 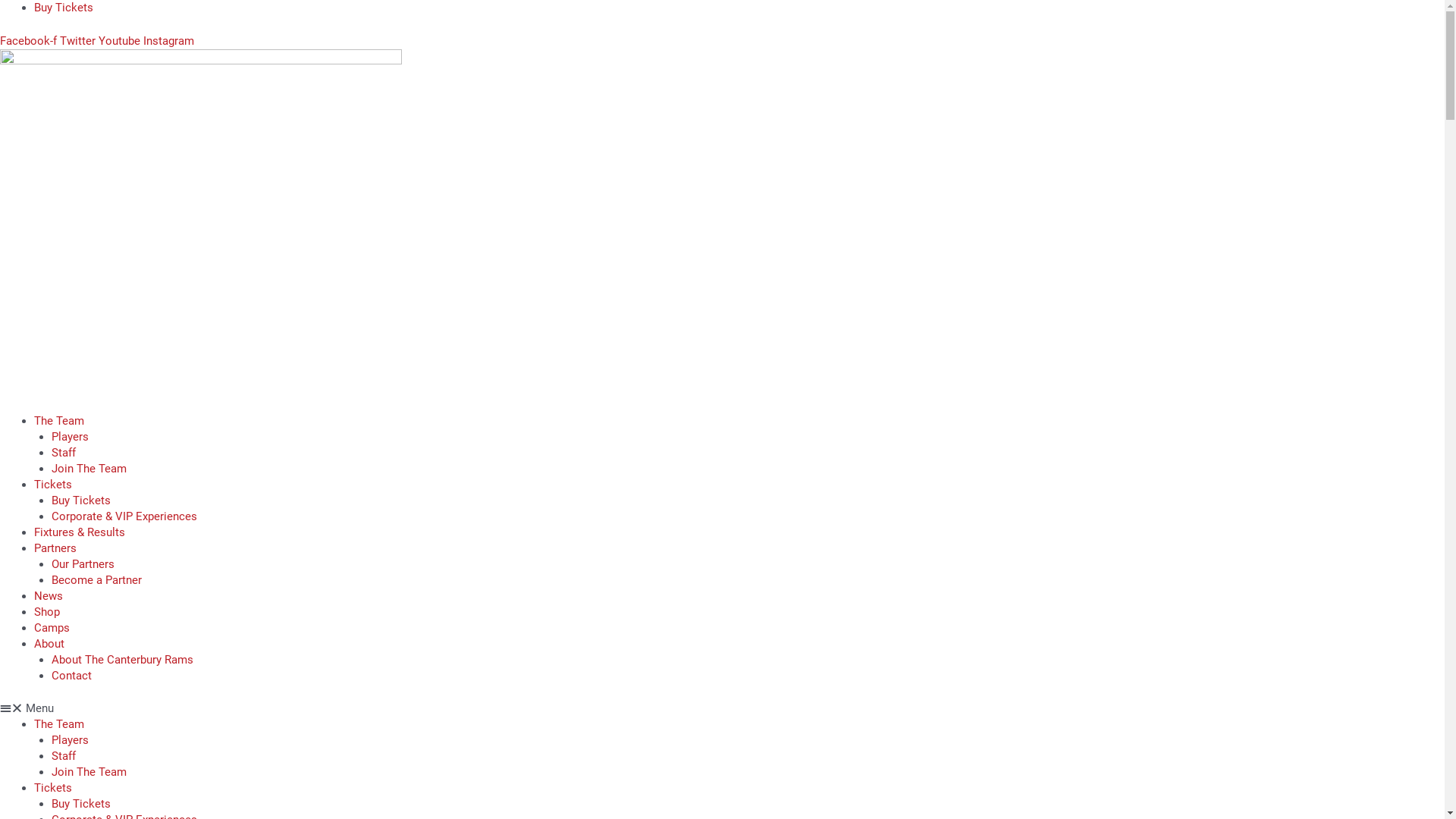 I want to click on 'Instagram', so click(x=143, y=39).